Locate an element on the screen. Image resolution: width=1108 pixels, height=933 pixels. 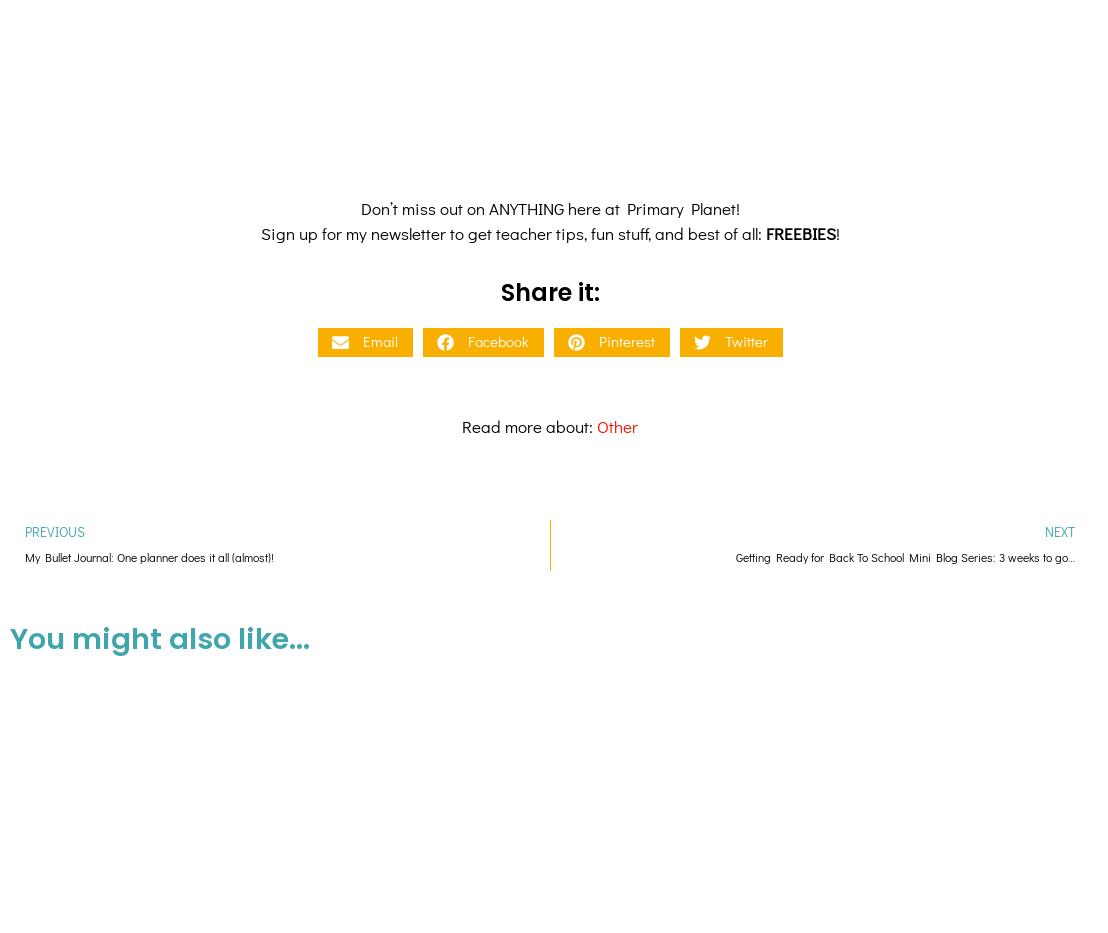
'Procedural Writing for Kids: Mini-Lesson with a Cool Writing Graphic Organizer' is located at coordinates (133, 821).